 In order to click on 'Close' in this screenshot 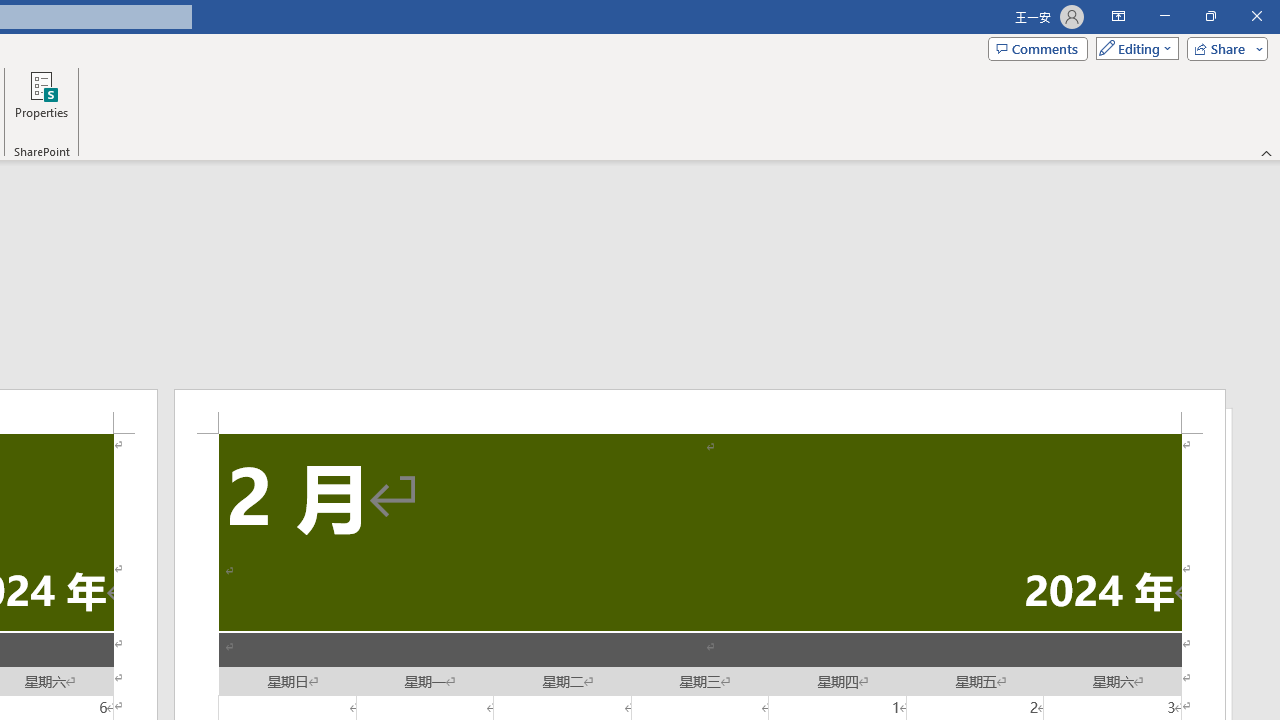, I will do `click(1255, 16)`.